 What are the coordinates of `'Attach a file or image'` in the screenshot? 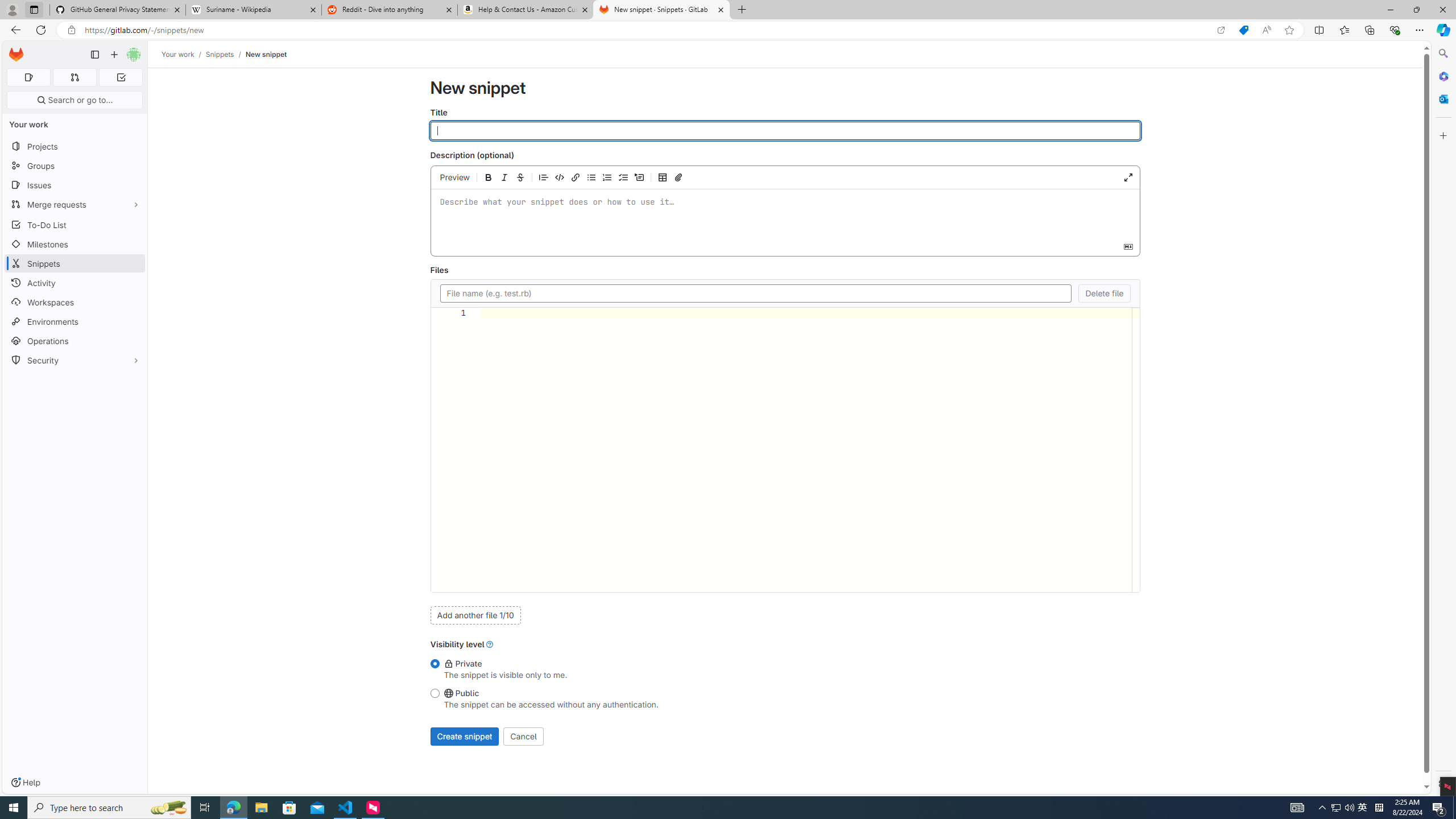 It's located at (677, 176).